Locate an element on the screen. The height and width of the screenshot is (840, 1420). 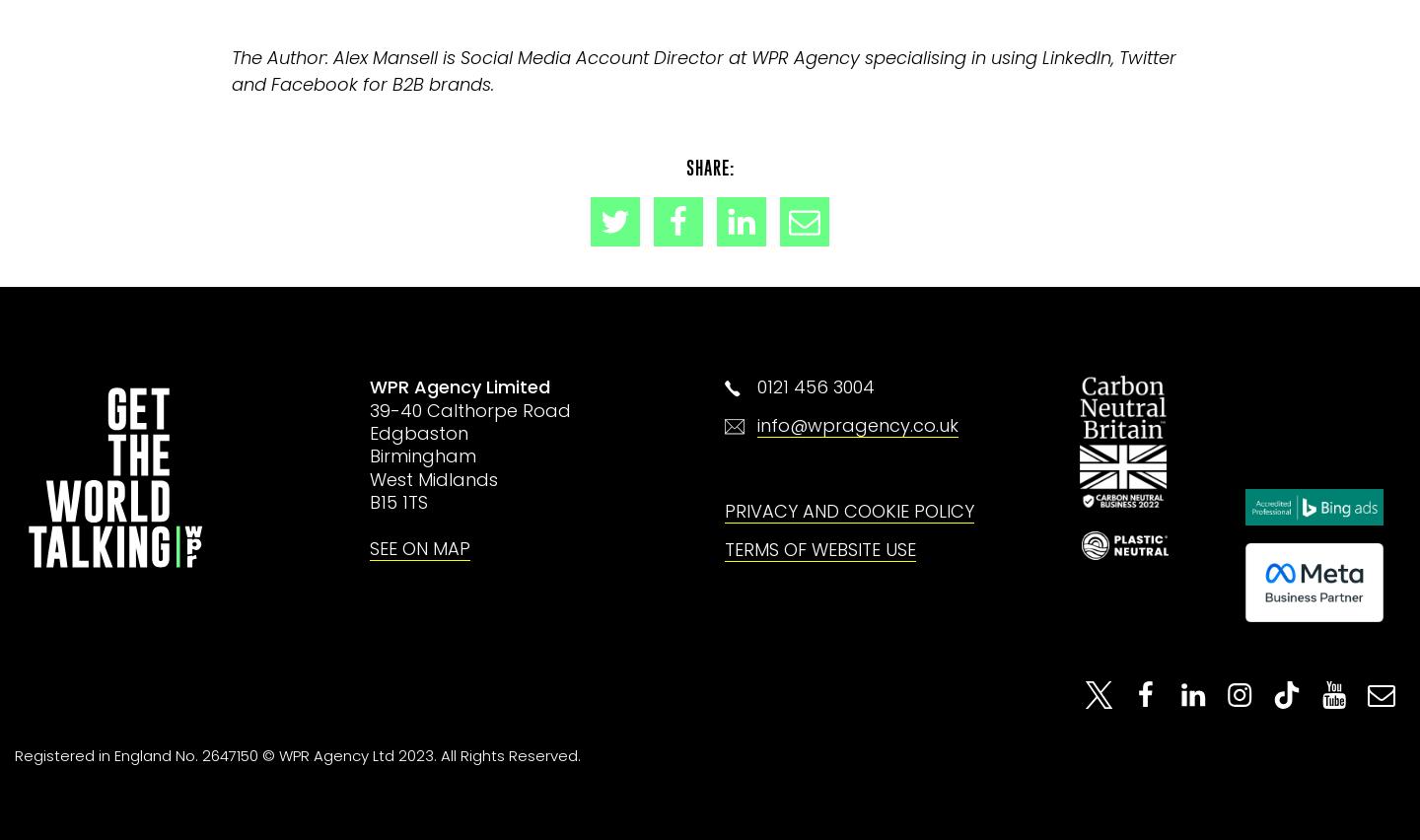
'WPR Agency Limited' is located at coordinates (460, 386).